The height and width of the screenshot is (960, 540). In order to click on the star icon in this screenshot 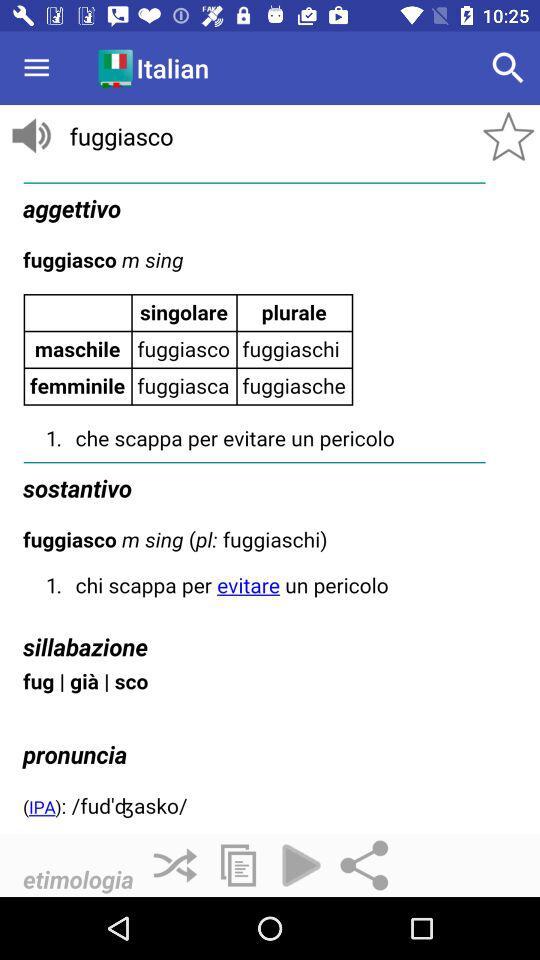, I will do `click(508, 135)`.